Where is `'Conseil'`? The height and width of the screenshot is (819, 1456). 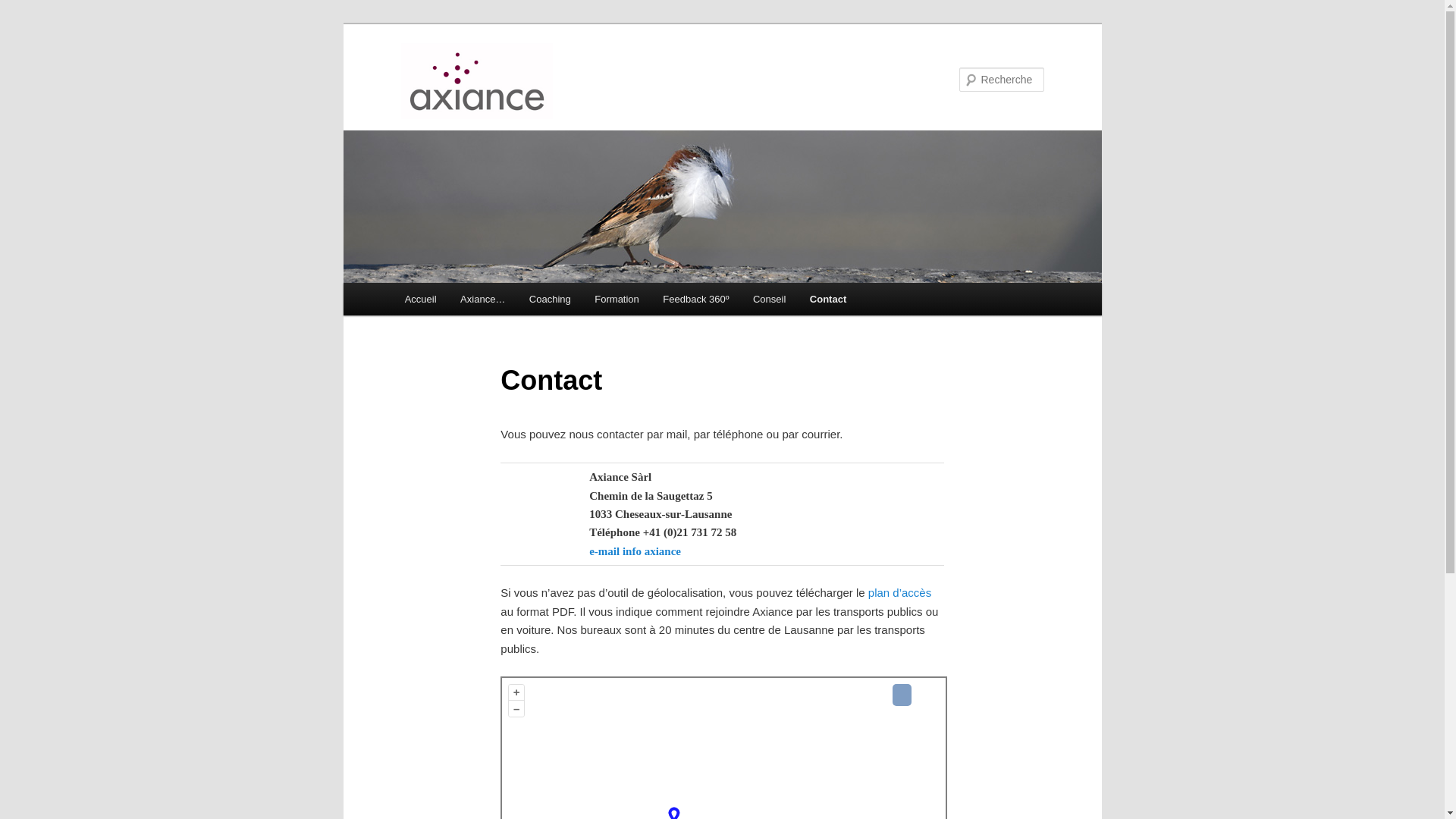
'Conseil' is located at coordinates (769, 299).